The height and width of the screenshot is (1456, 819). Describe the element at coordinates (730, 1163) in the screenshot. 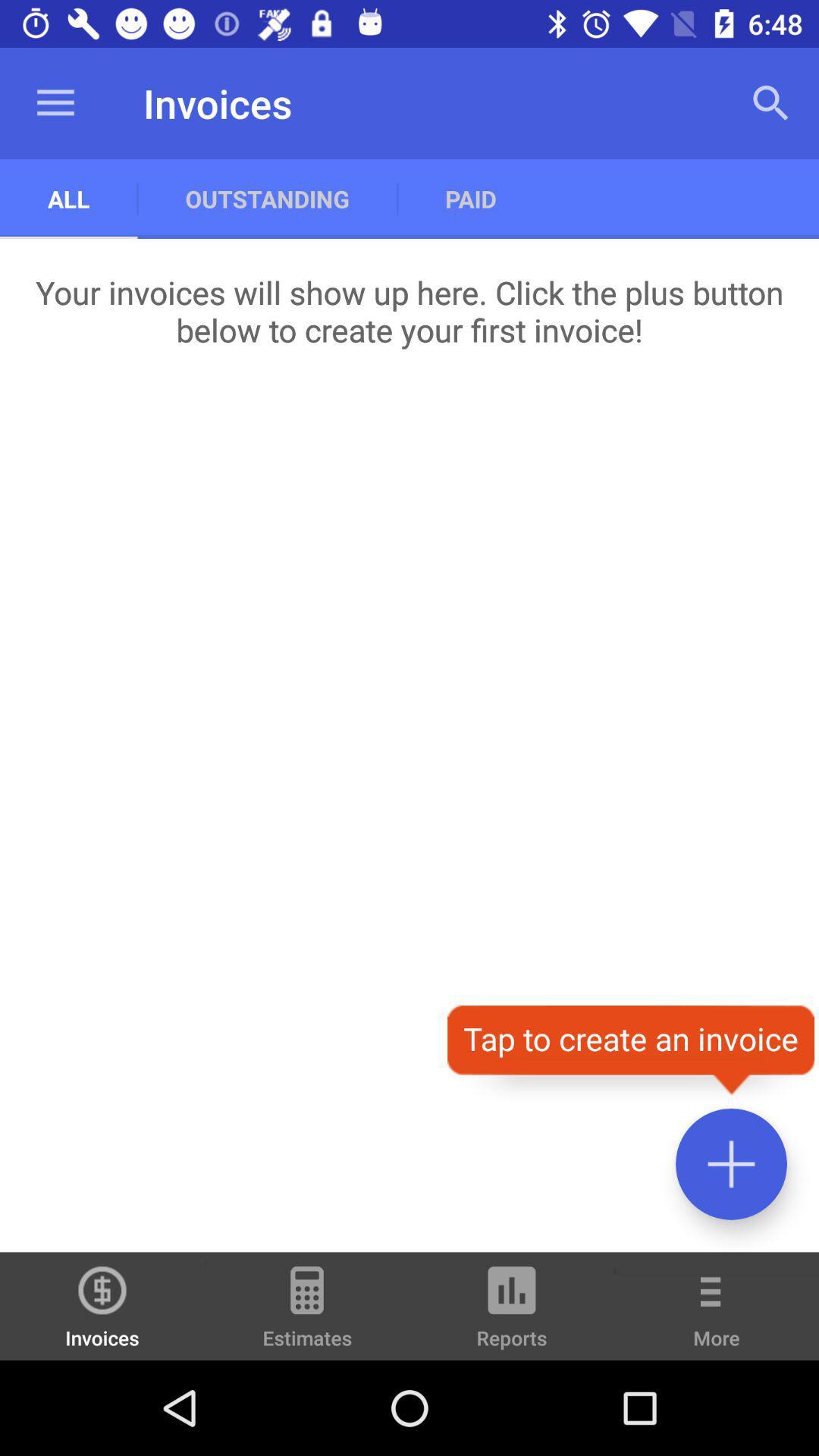

I see `creat invoice` at that location.